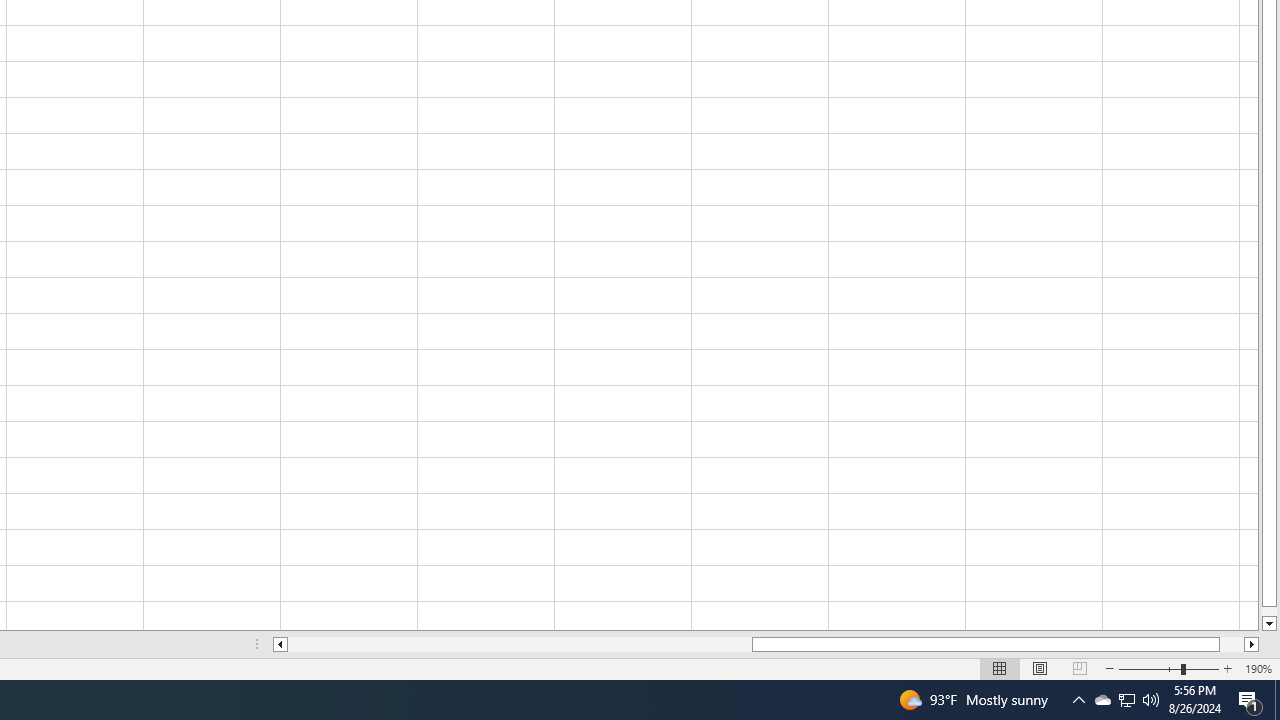 The width and height of the screenshot is (1280, 720). What do you see at coordinates (1231, 644) in the screenshot?
I see `'Page right'` at bounding box center [1231, 644].